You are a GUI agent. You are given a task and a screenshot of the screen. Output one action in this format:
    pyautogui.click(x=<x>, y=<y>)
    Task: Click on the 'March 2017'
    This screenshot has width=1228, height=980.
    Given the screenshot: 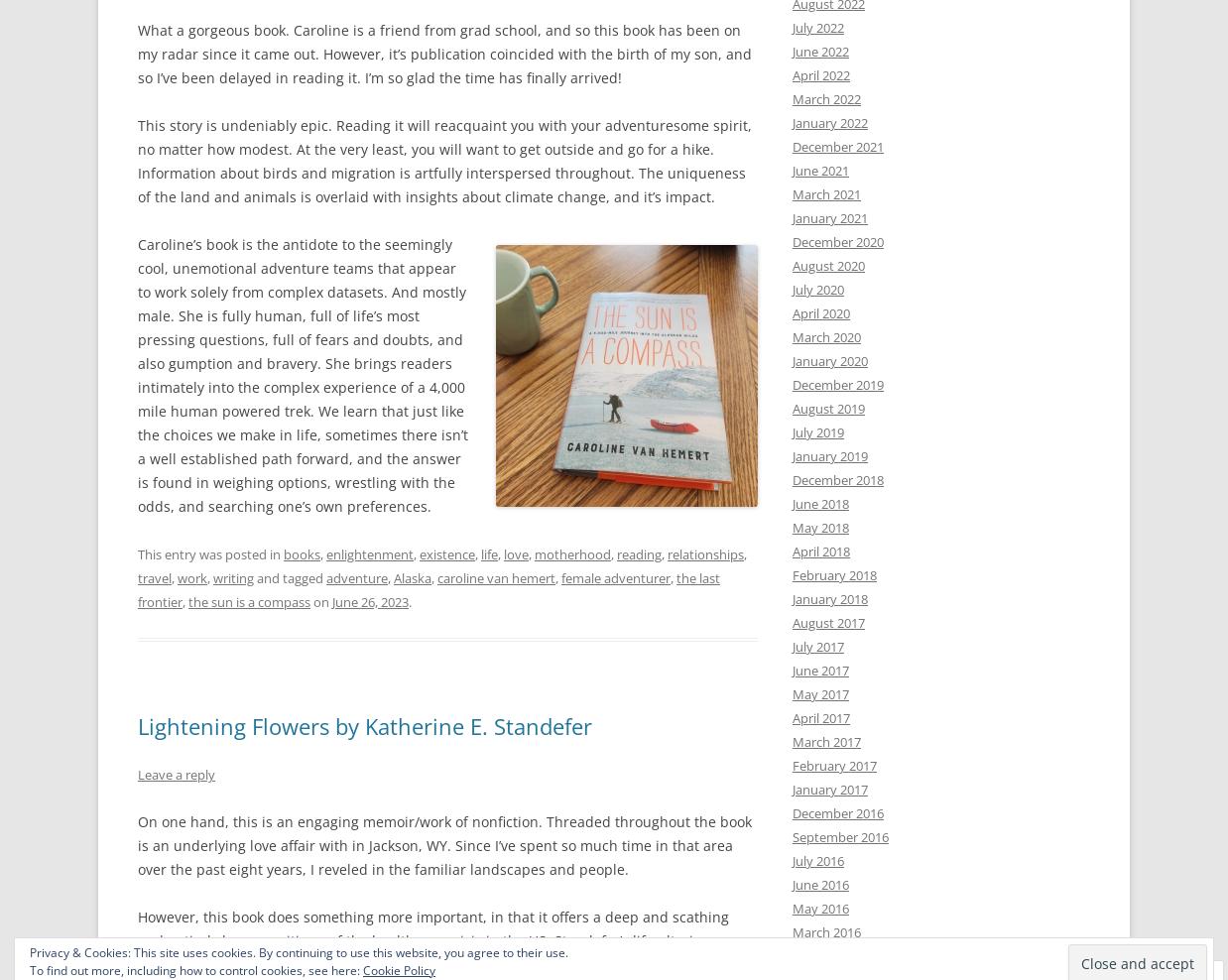 What is the action you would take?
    pyautogui.click(x=825, y=741)
    